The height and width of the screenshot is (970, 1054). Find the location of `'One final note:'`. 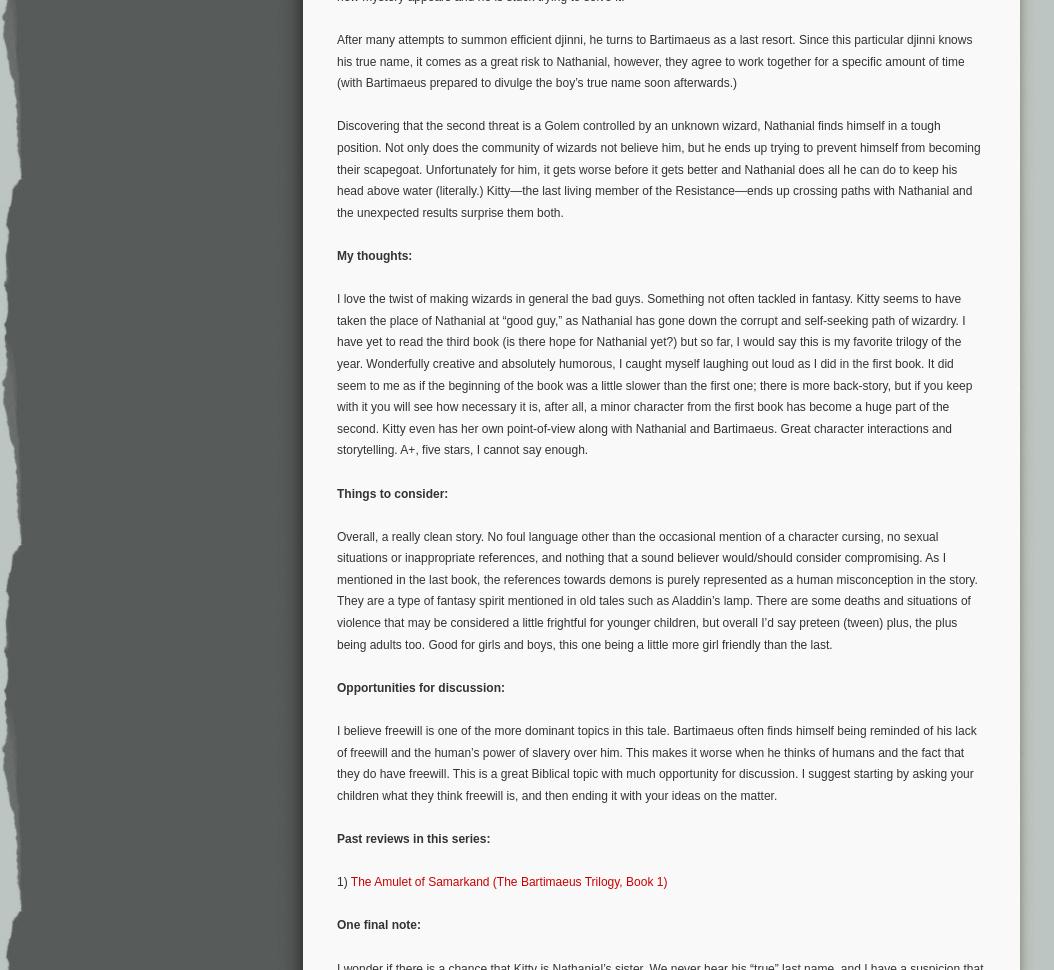

'One final note:' is located at coordinates (378, 923).